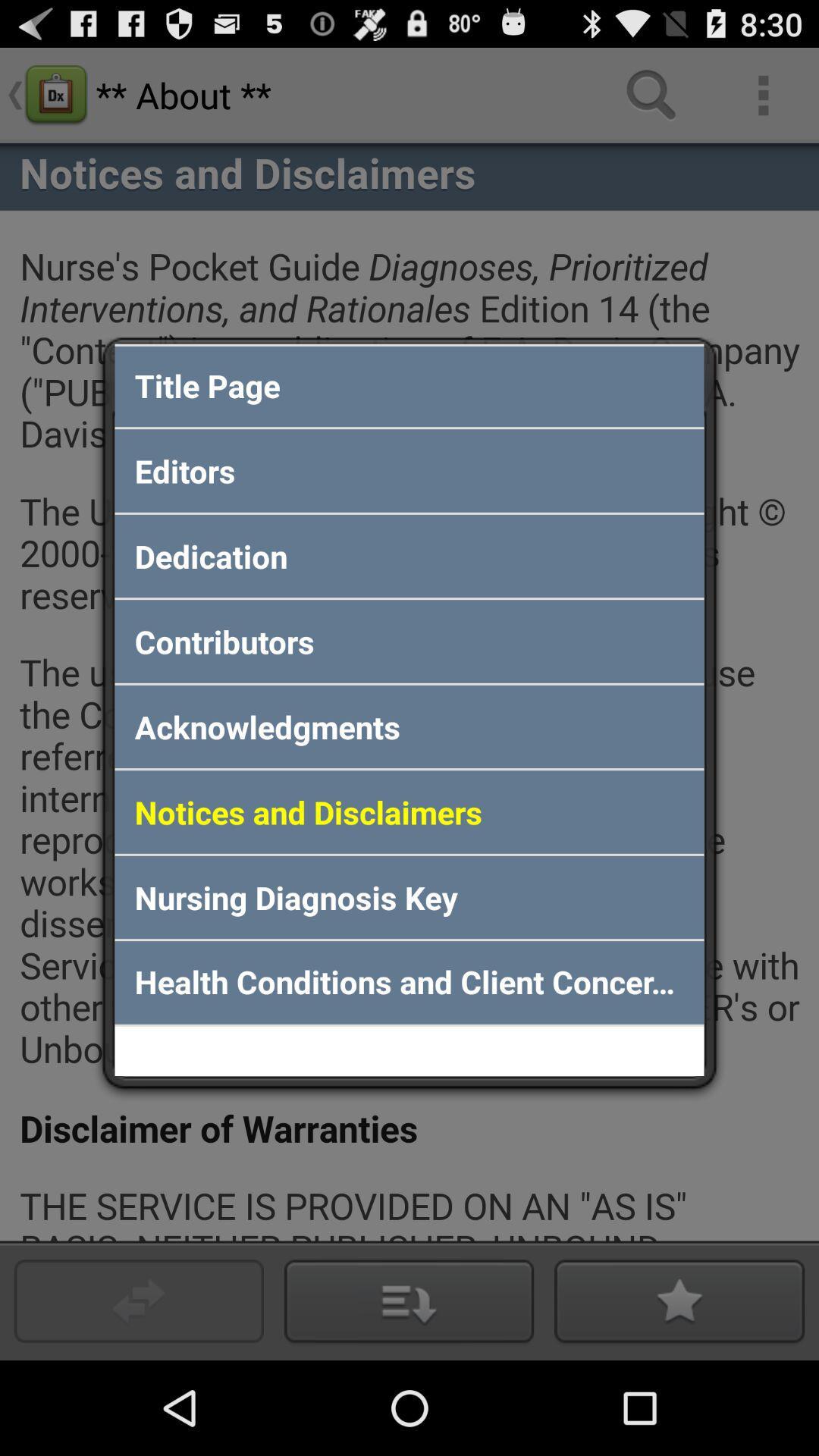  What do you see at coordinates (409, 469) in the screenshot?
I see `the editors icon` at bounding box center [409, 469].